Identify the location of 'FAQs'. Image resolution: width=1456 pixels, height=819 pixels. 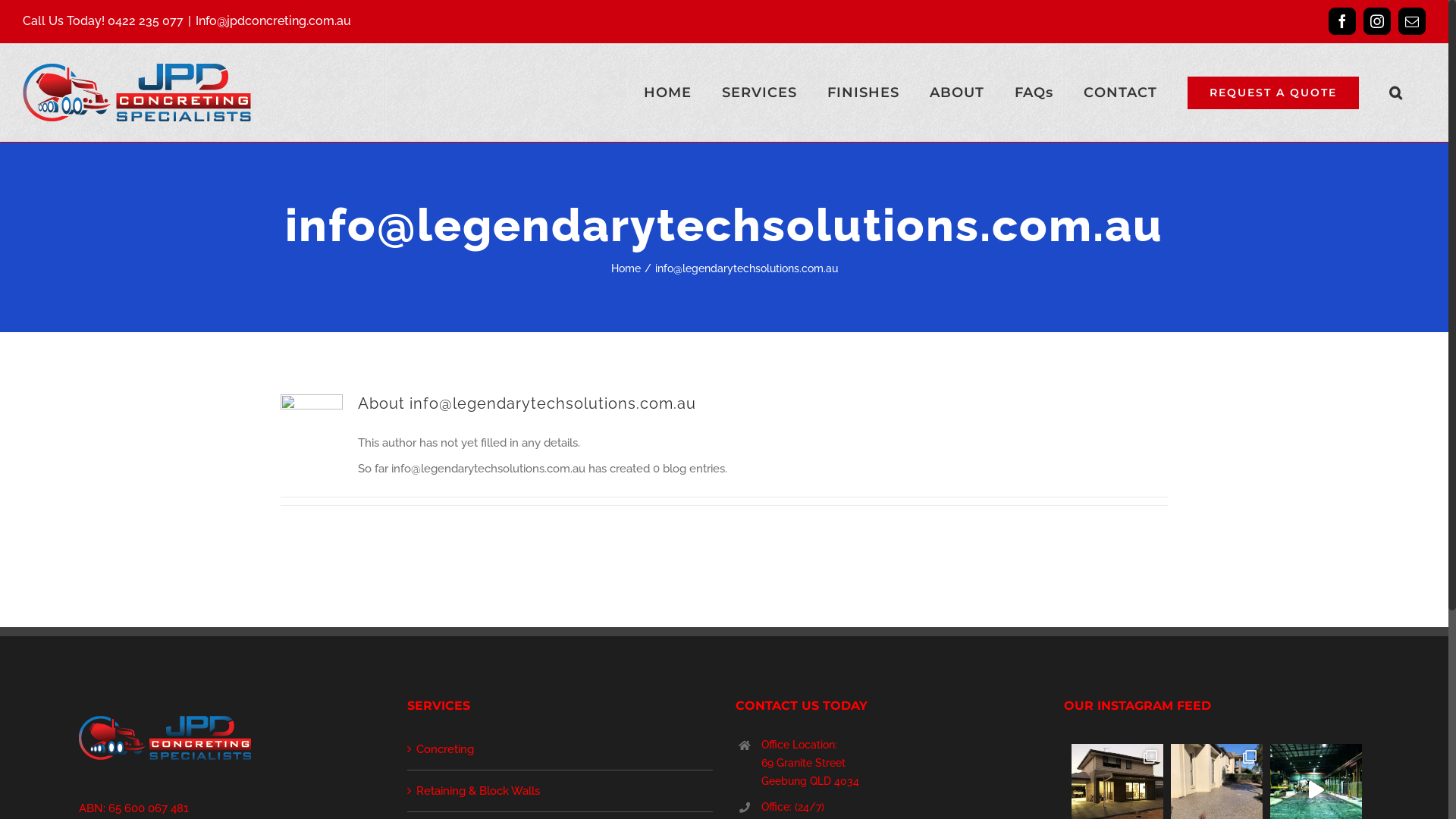
(1033, 93).